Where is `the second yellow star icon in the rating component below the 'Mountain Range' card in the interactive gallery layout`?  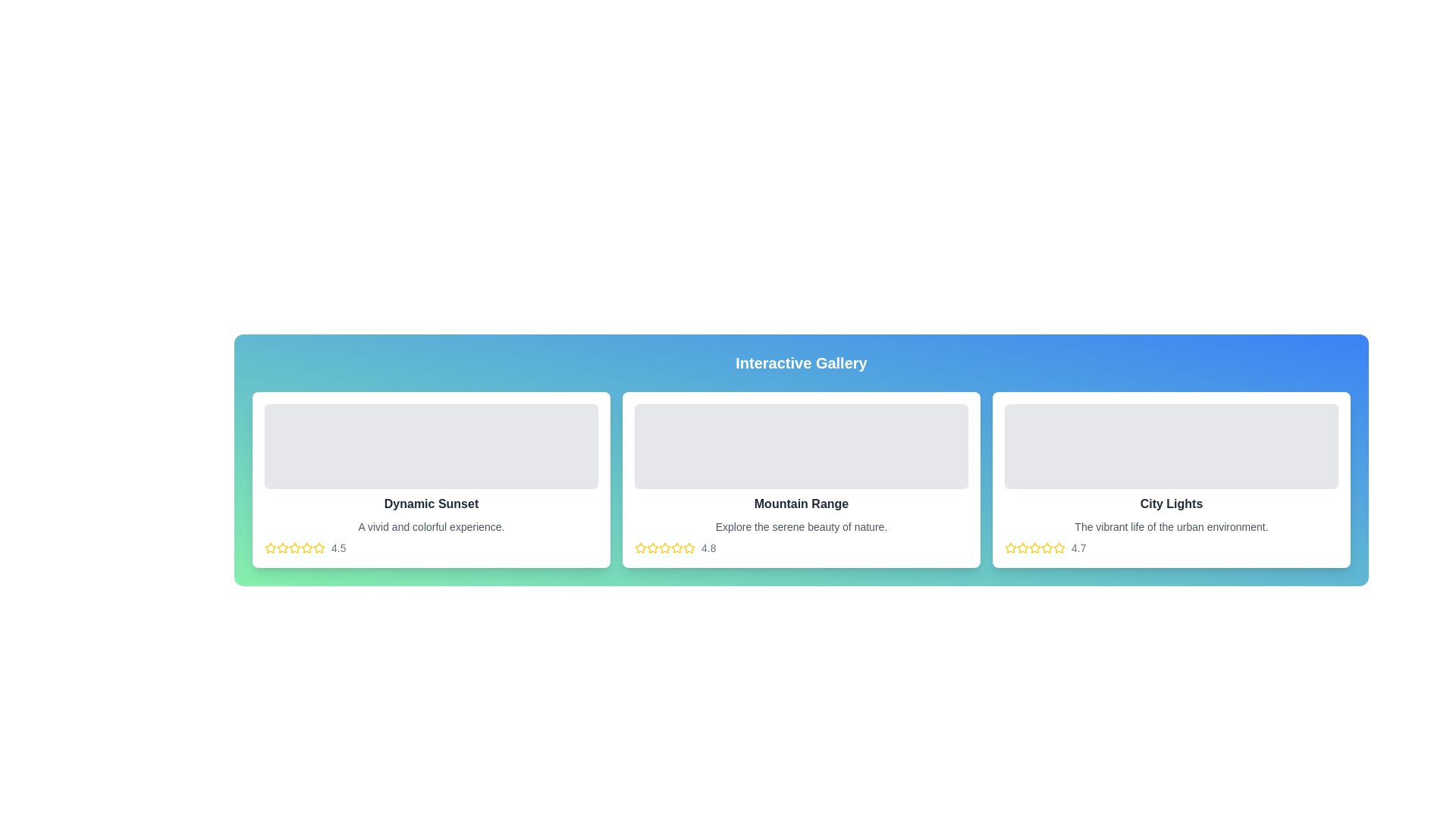 the second yellow star icon in the rating component below the 'Mountain Range' card in the interactive gallery layout is located at coordinates (665, 548).